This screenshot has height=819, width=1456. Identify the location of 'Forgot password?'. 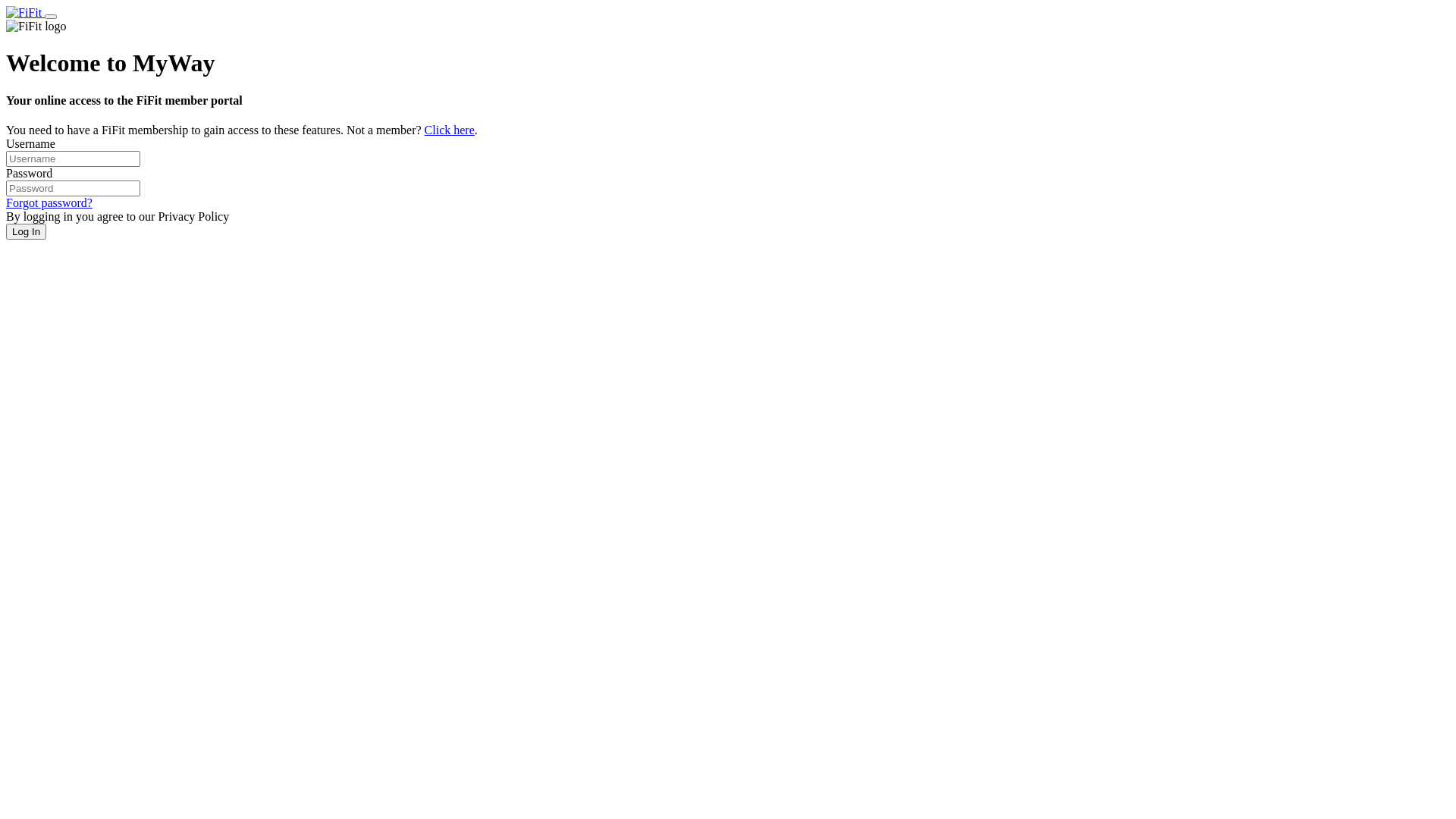
(49, 202).